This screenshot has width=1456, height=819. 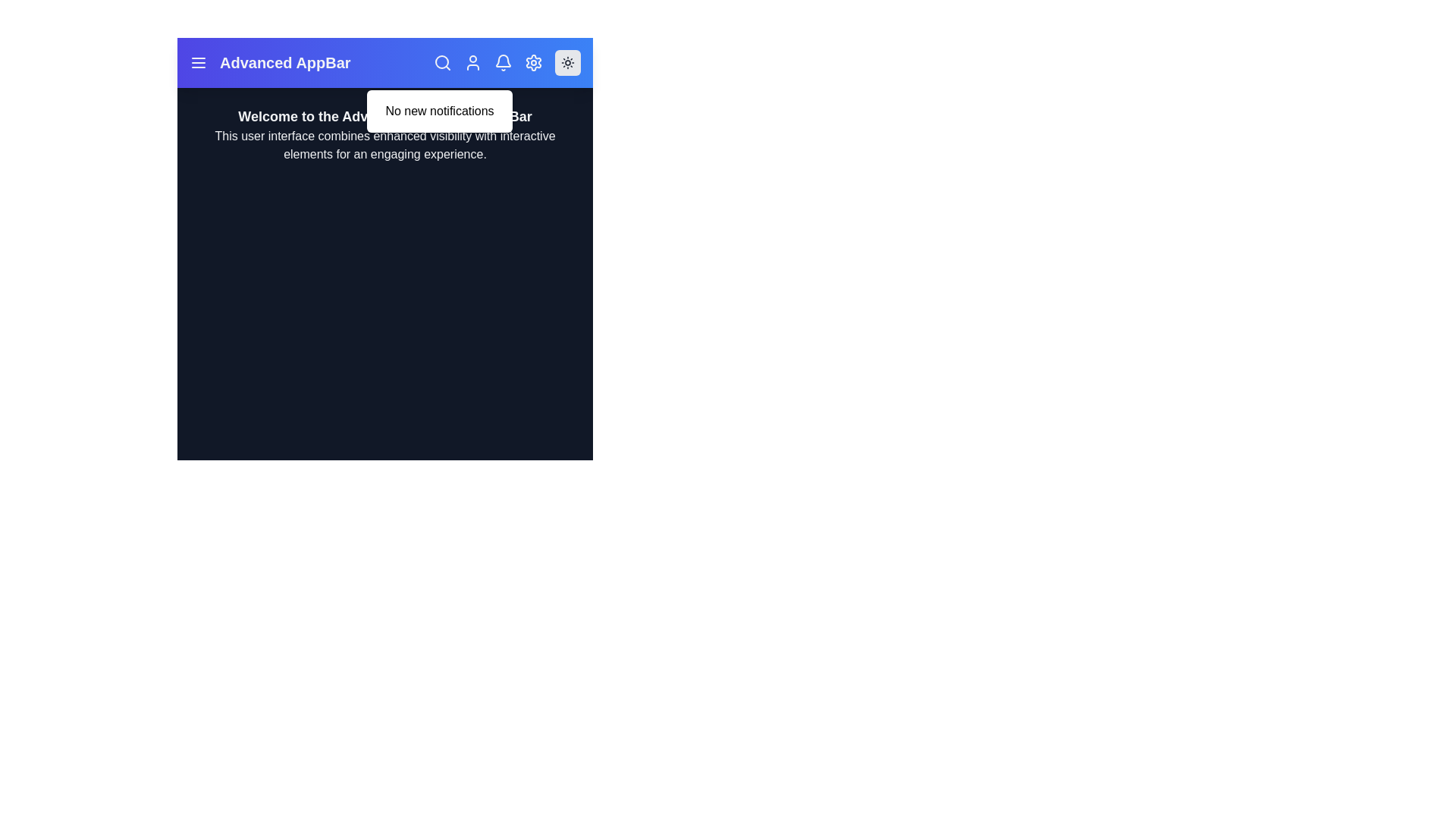 What do you see at coordinates (198, 62) in the screenshot?
I see `the menu icon in the app bar` at bounding box center [198, 62].